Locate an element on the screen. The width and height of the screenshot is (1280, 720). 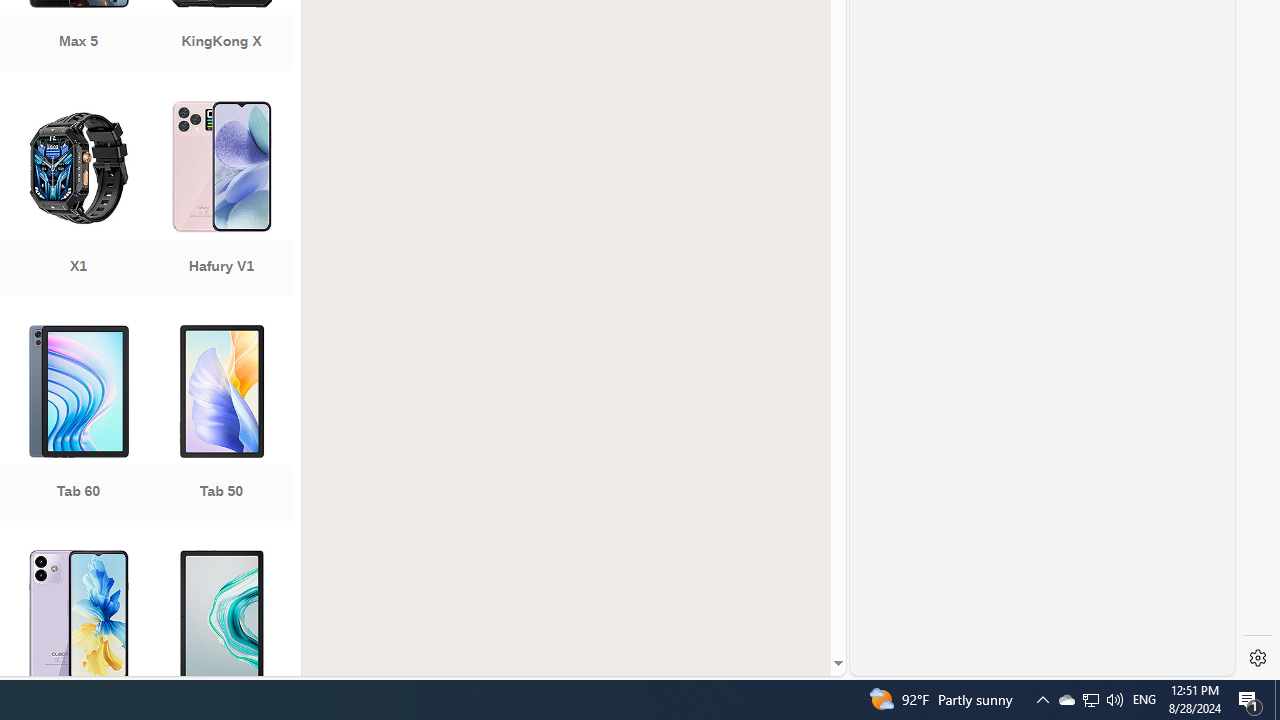
'Hafury V1' is located at coordinates (221, 200).